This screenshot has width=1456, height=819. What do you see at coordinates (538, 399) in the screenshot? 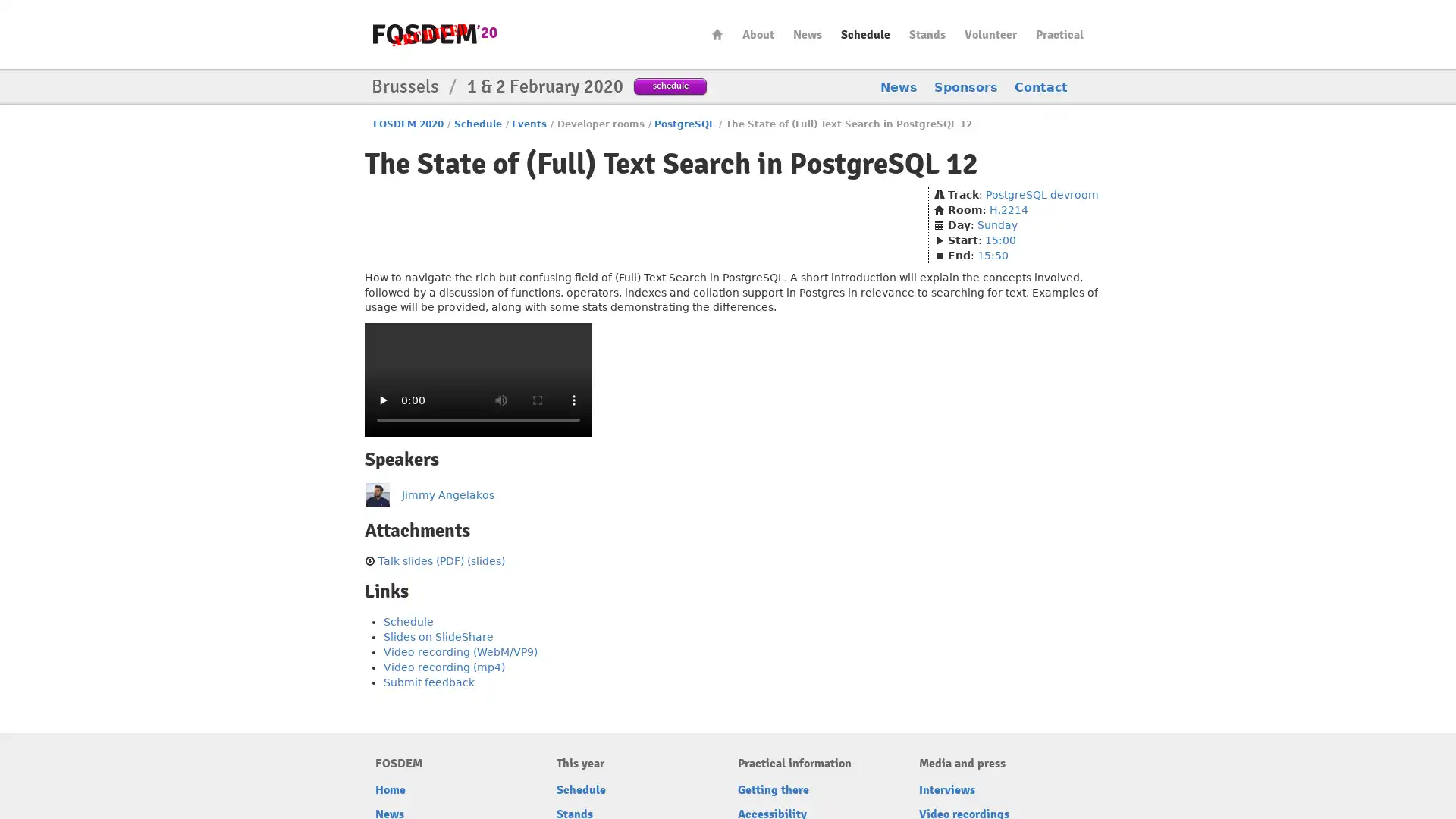
I see `enter full screen` at bounding box center [538, 399].